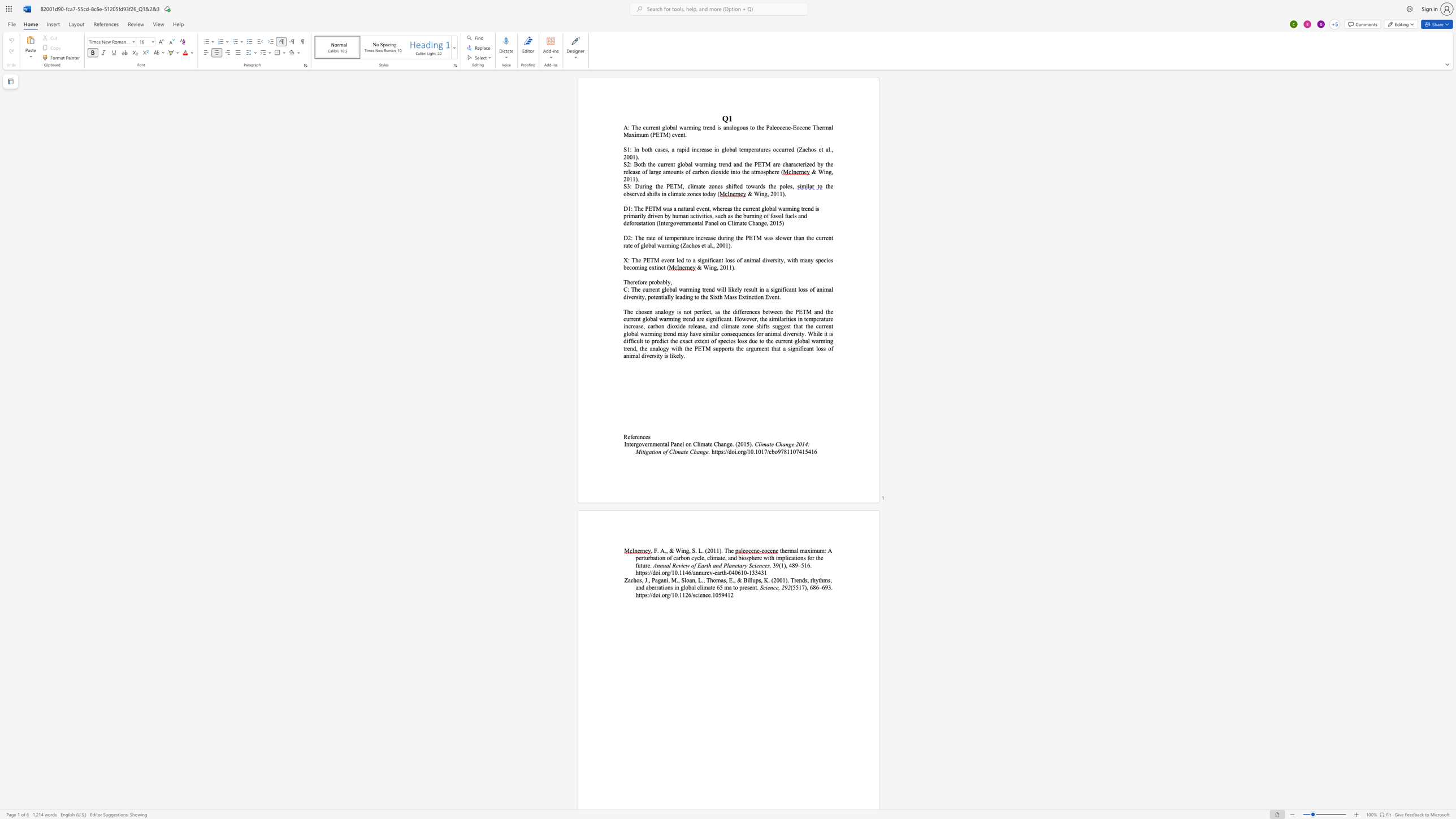 The image size is (1456, 819). Describe the element at coordinates (656, 127) in the screenshot. I see `the 1th character "n" in the text` at that location.